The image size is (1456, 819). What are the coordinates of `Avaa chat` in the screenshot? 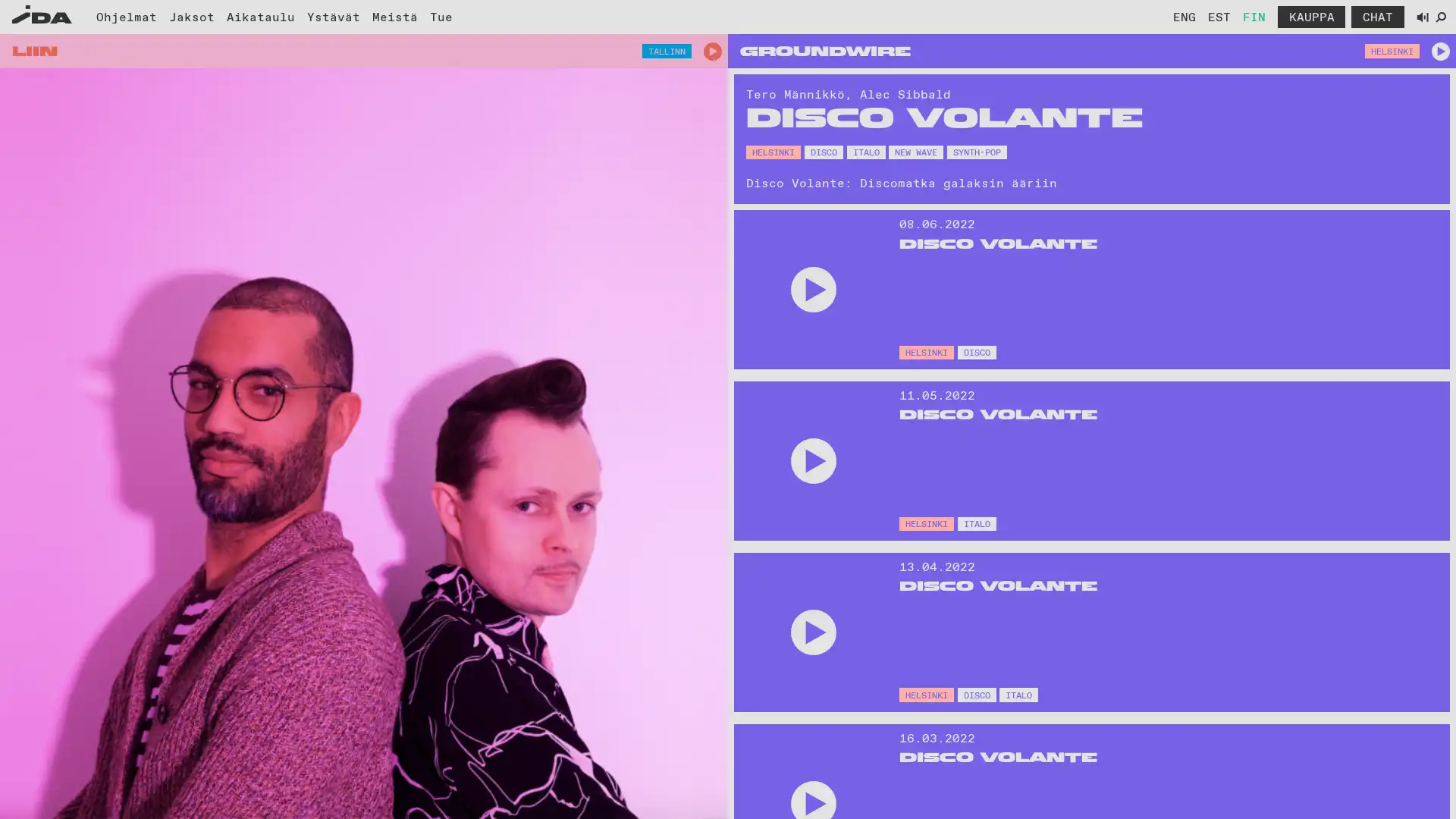 It's located at (1378, 17).